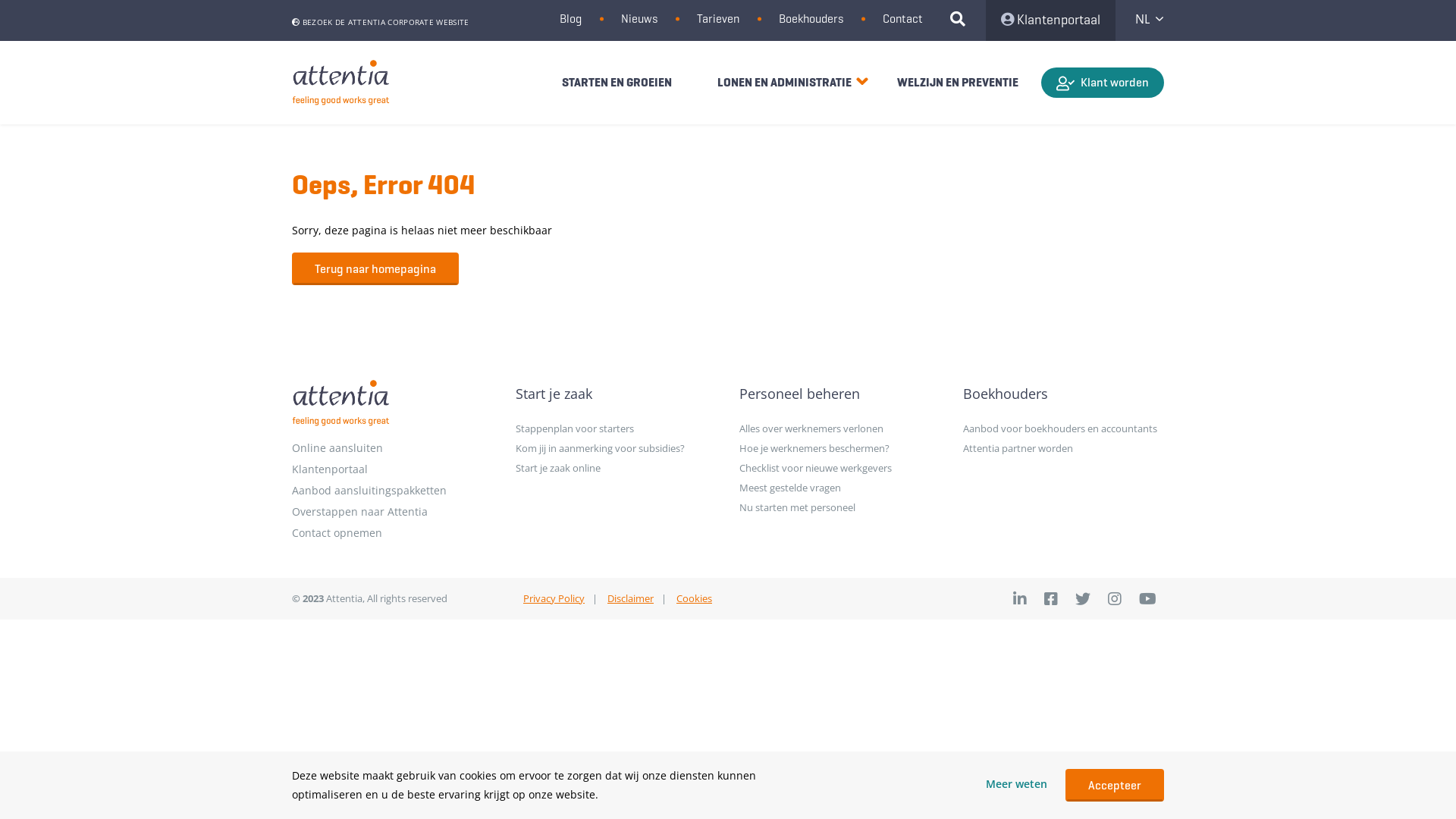 The image size is (1456, 819). What do you see at coordinates (392, 447) in the screenshot?
I see `'Online aansluiten'` at bounding box center [392, 447].